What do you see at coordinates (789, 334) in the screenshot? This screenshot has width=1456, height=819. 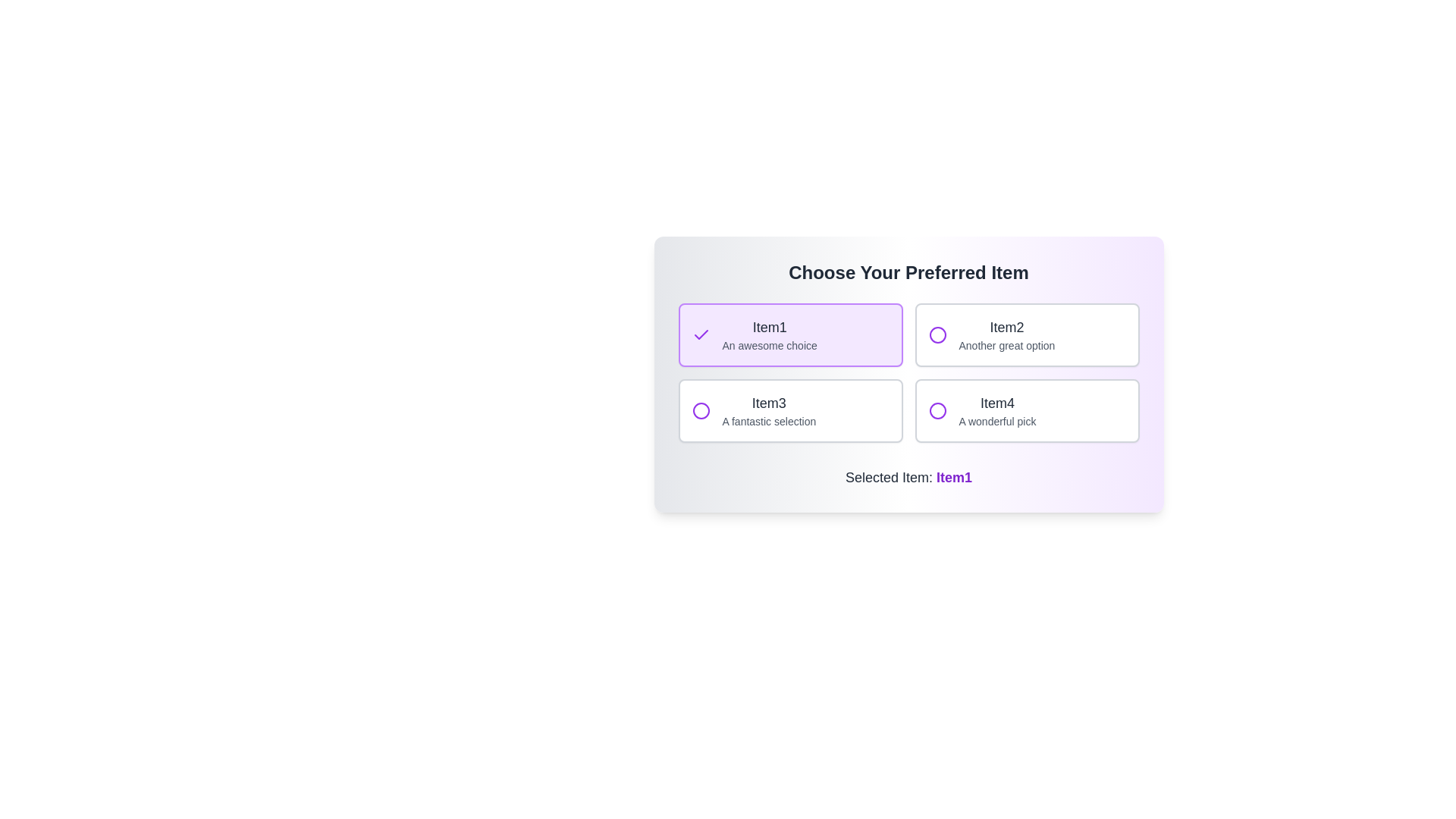 I see `the 'Item1' button located in the top-left quadrant of the grid layout` at bounding box center [789, 334].